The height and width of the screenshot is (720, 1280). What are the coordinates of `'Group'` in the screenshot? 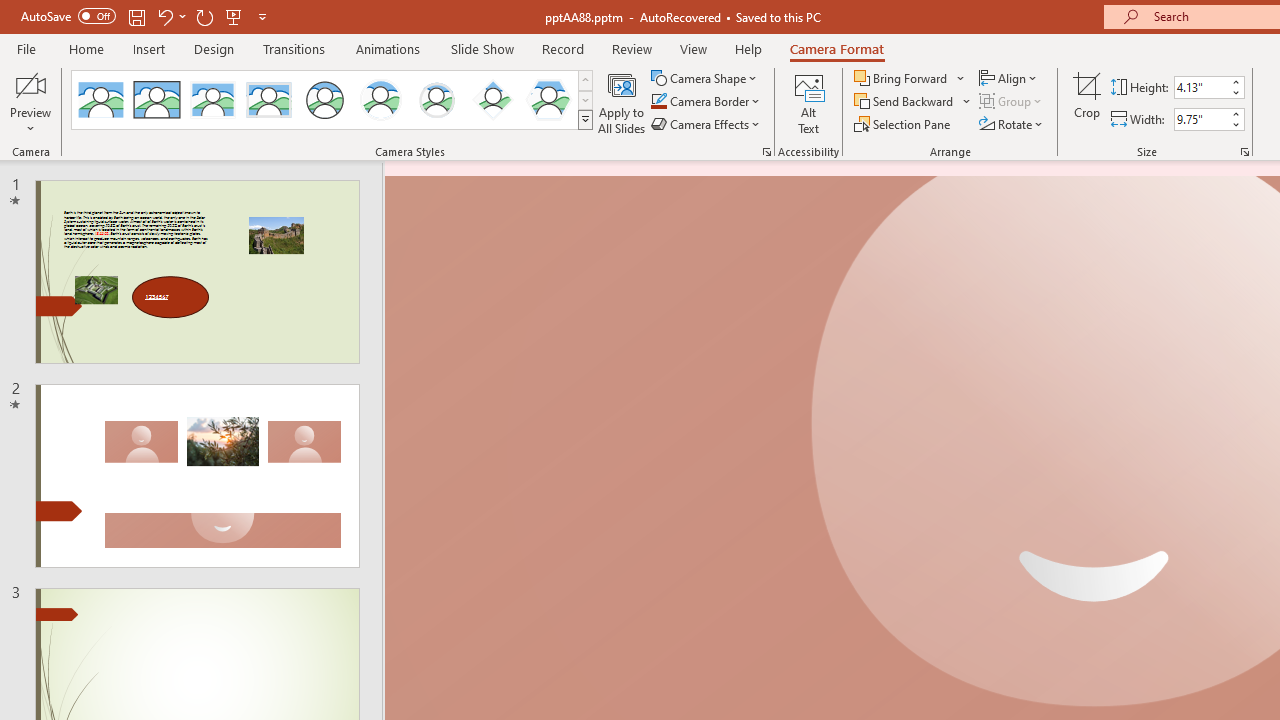 It's located at (1012, 101).